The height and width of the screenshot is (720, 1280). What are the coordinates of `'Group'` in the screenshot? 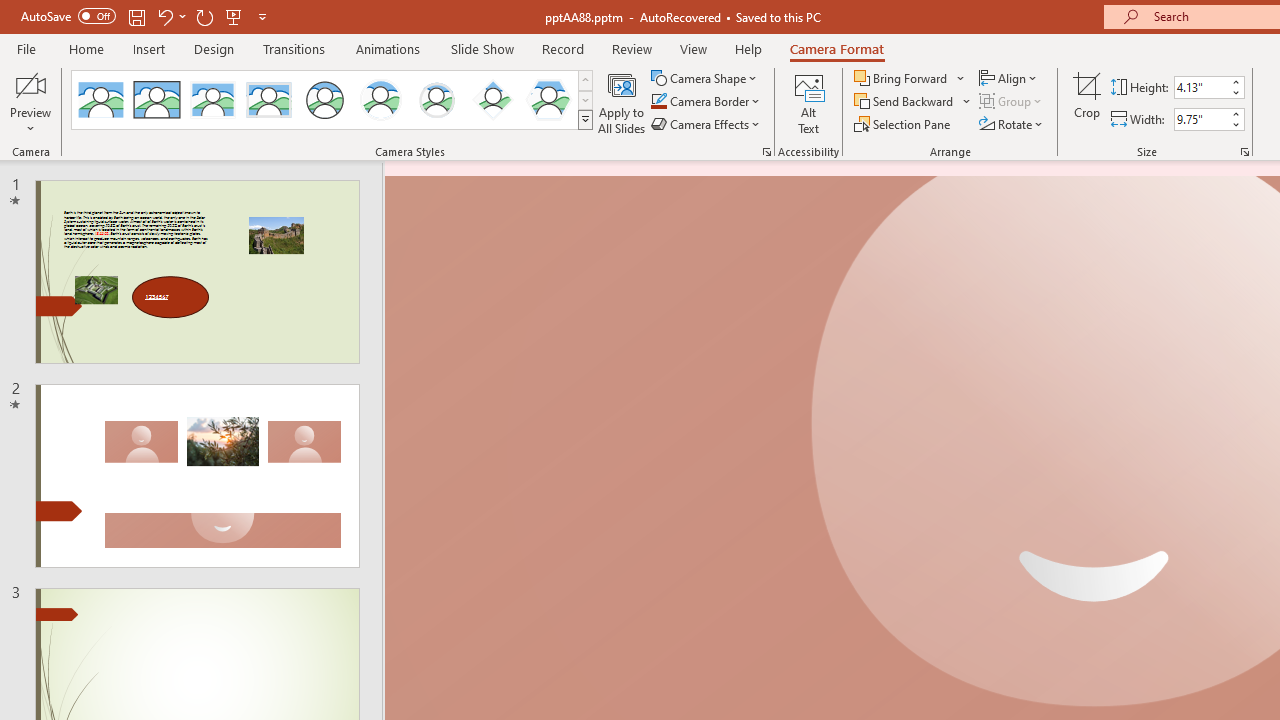 It's located at (1012, 101).